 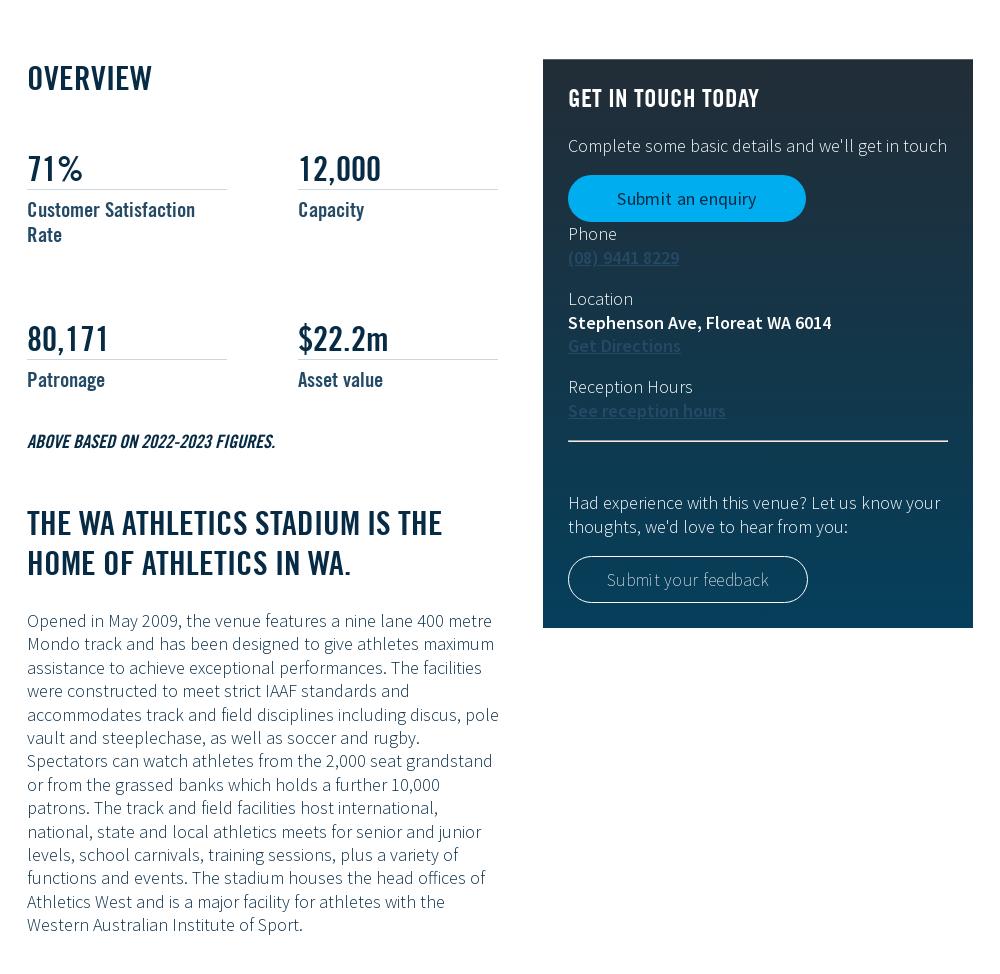 What do you see at coordinates (688, 578) in the screenshot?
I see `'Submit your feedback'` at bounding box center [688, 578].